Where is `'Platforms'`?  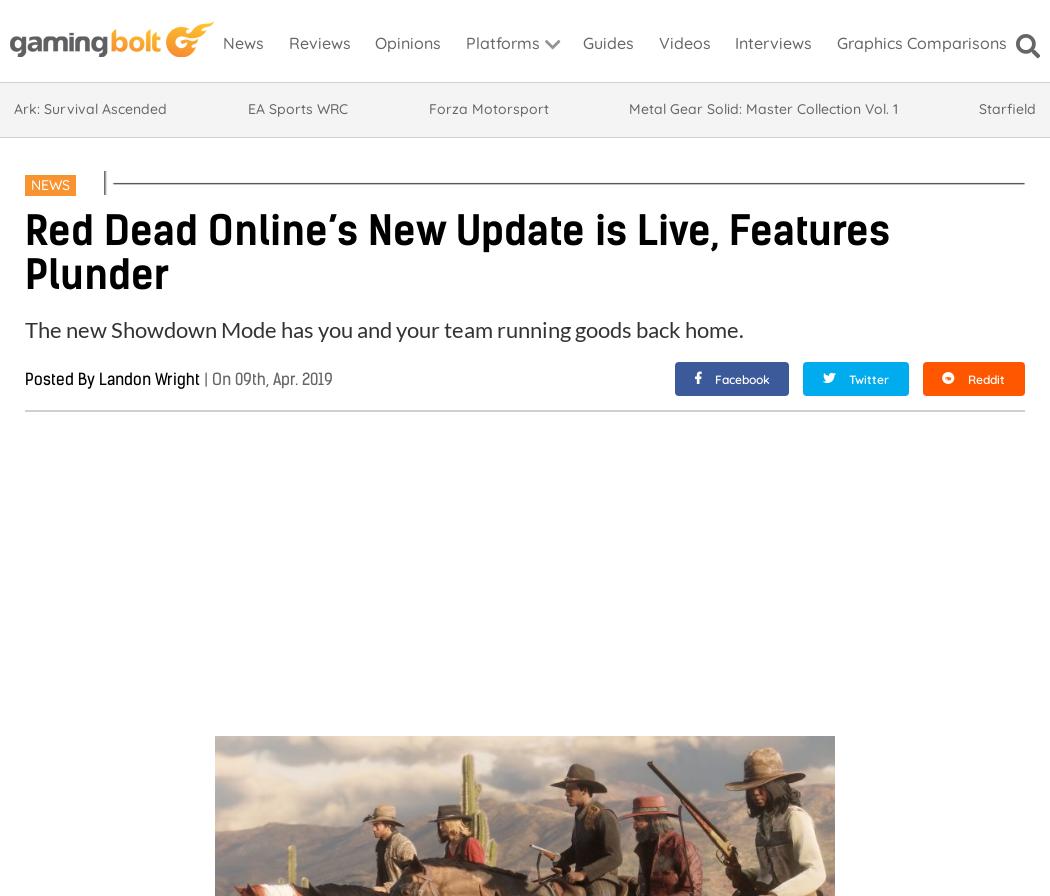 'Platforms' is located at coordinates (501, 43).